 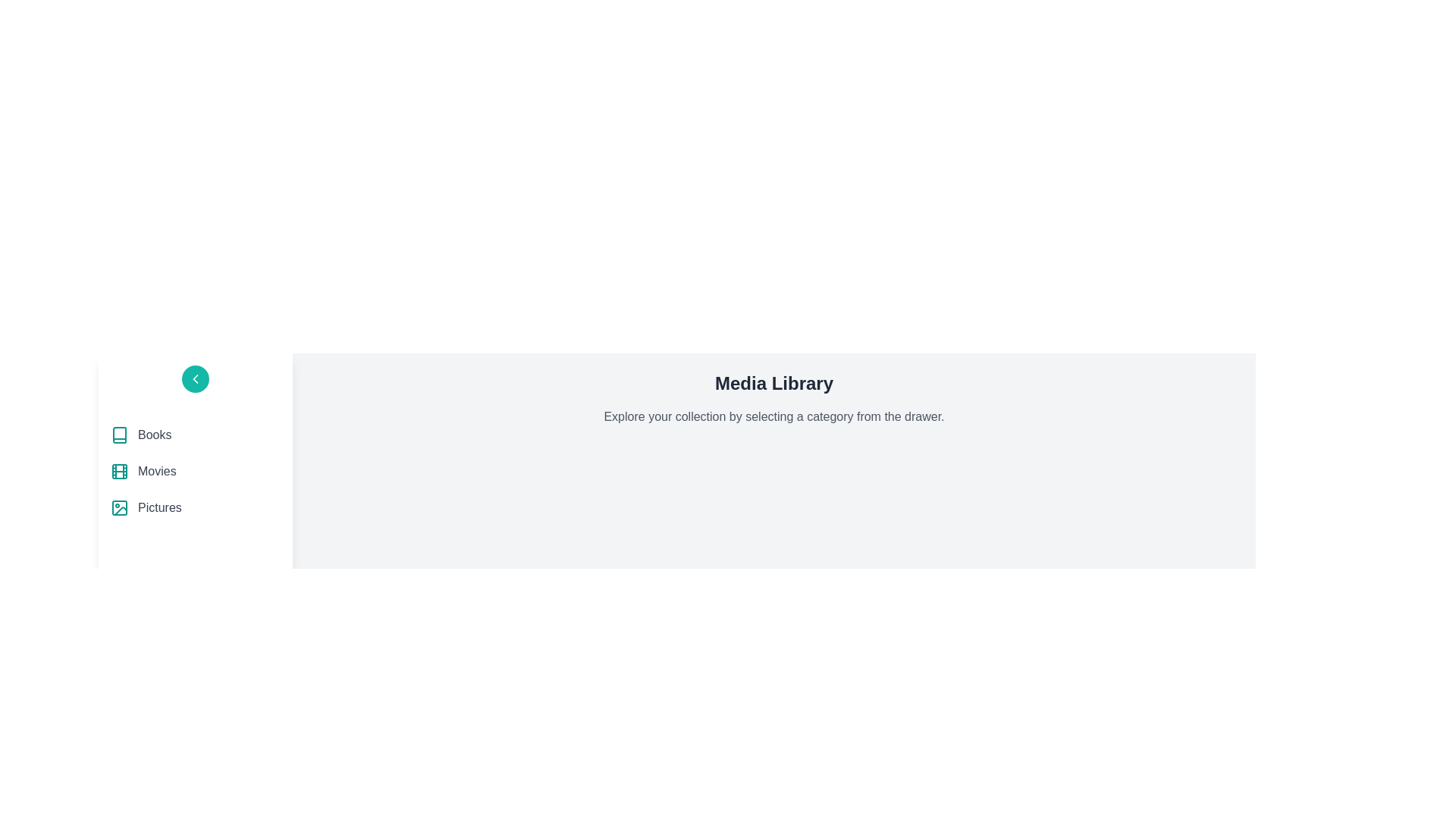 What do you see at coordinates (195, 435) in the screenshot?
I see `the category Books in the drawer to explore it` at bounding box center [195, 435].